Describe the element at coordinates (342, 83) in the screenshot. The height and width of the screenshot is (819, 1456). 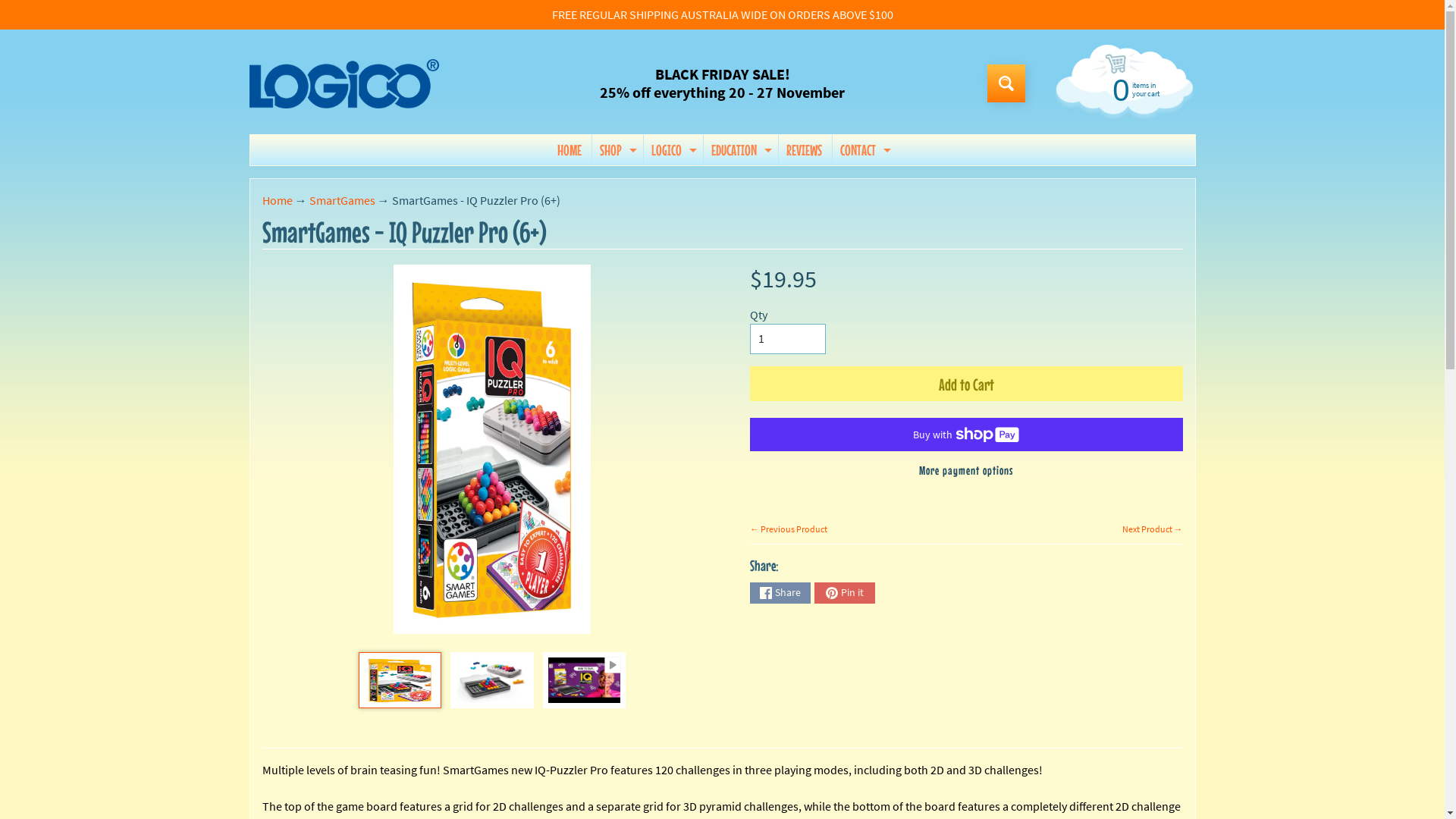
I see `'LOGICO Australia'` at that location.